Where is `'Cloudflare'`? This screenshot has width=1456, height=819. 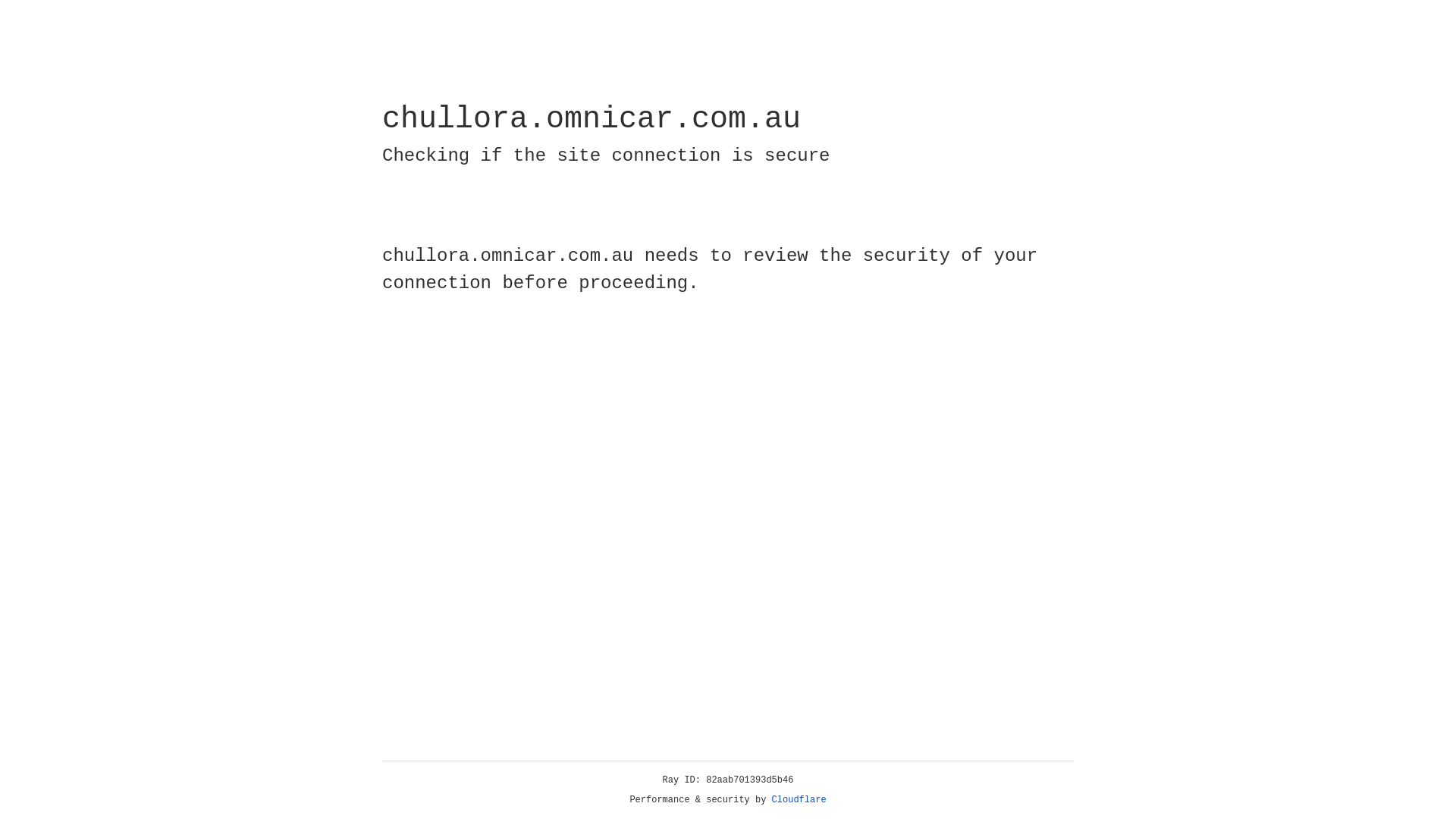
'Cloudflare' is located at coordinates (799, 799).